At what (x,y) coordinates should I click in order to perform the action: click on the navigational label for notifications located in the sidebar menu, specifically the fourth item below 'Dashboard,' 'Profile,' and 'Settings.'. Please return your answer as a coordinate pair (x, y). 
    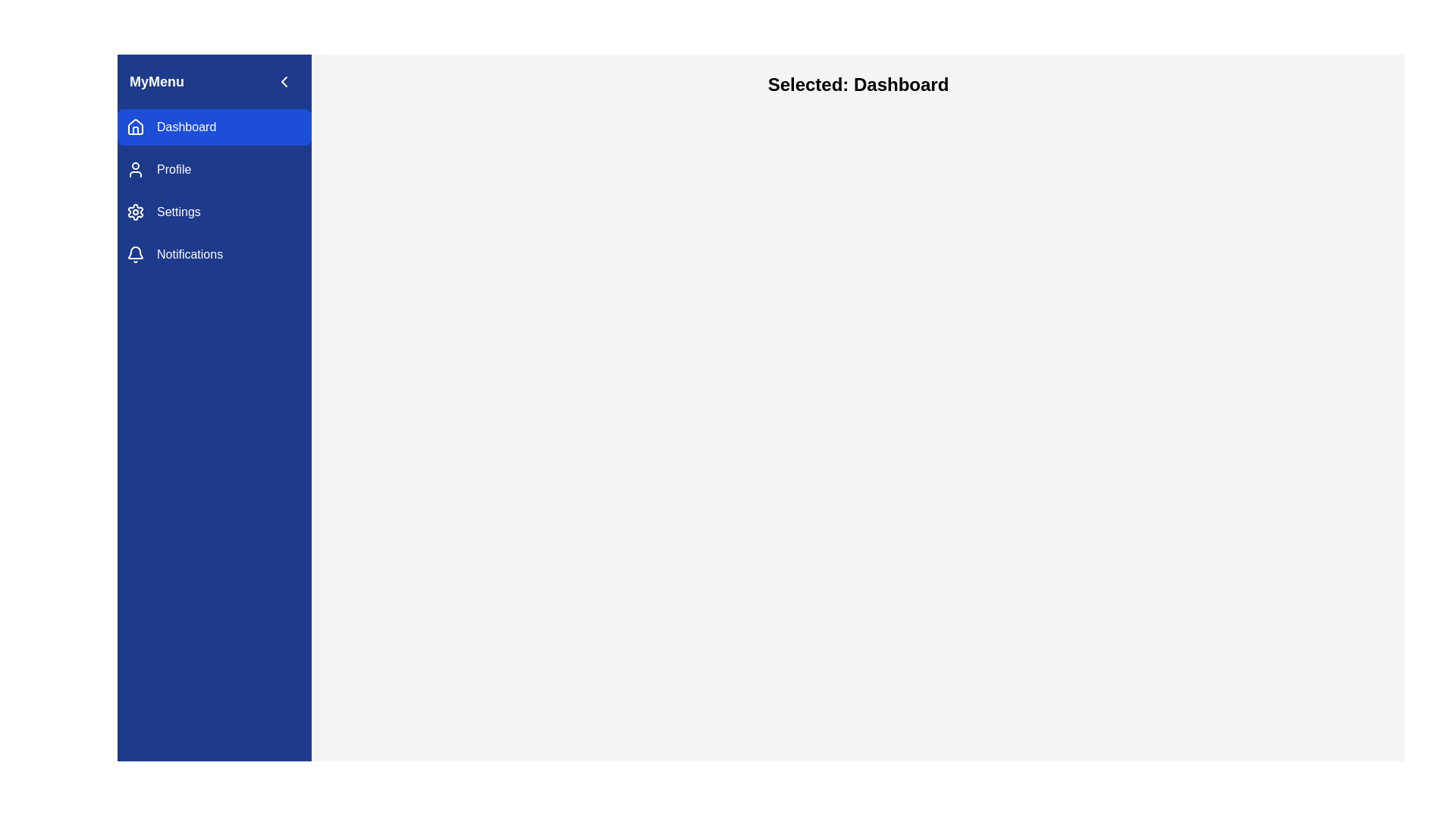
    Looking at the image, I should click on (189, 253).